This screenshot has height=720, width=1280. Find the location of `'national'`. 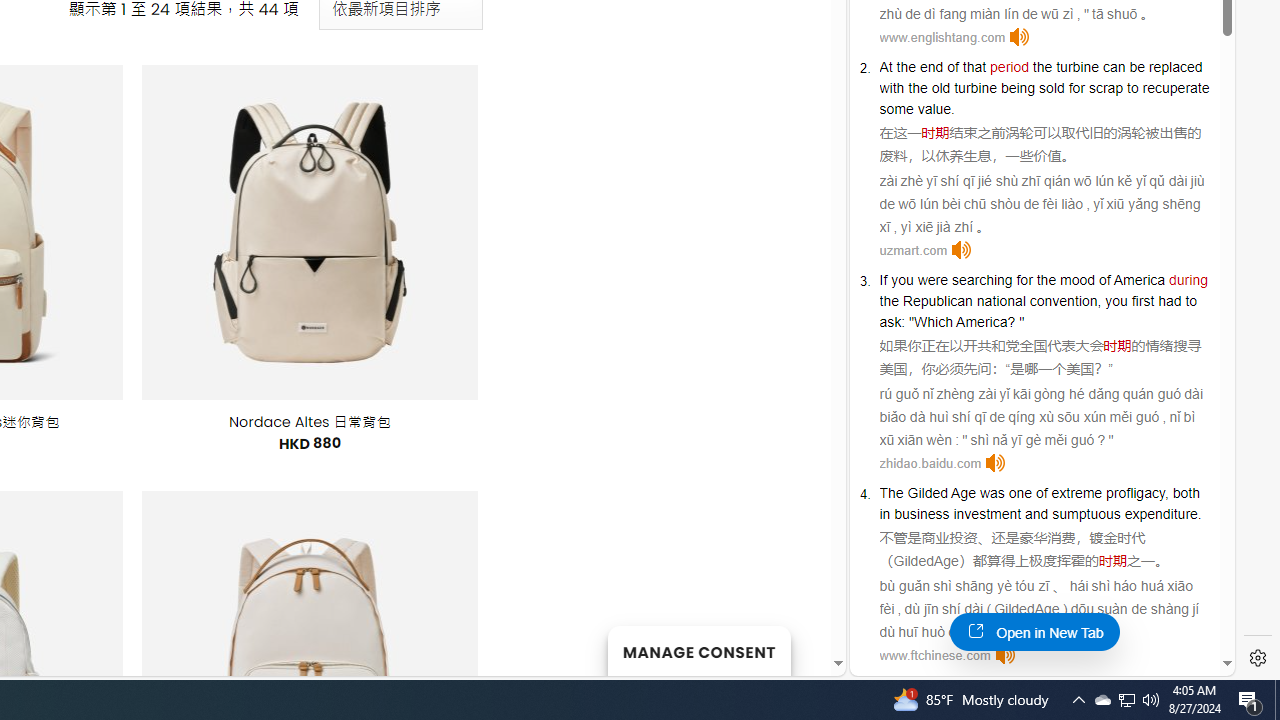

'national' is located at coordinates (1000, 300).